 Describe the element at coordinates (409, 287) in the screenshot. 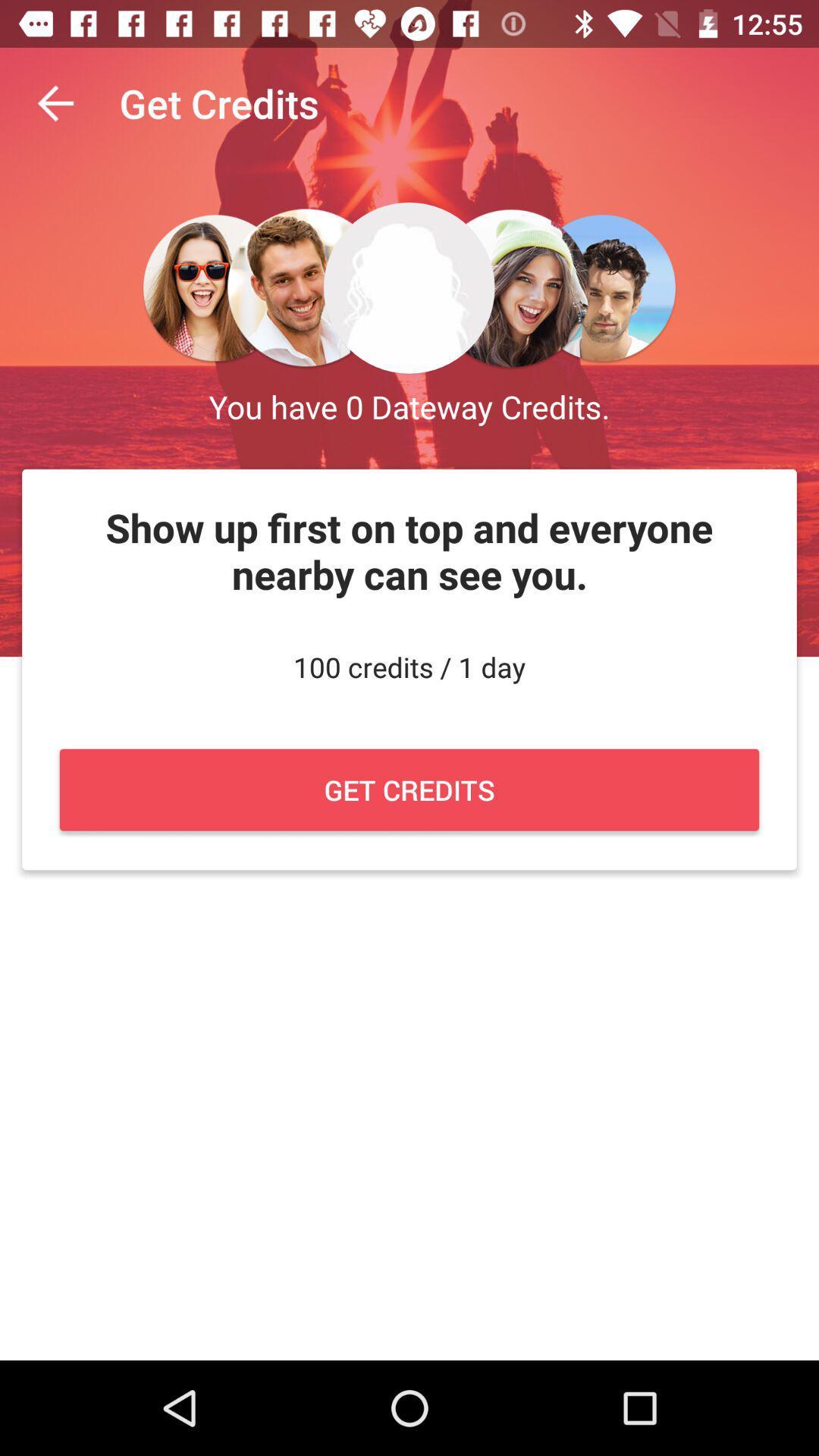

I see `middle image` at that location.